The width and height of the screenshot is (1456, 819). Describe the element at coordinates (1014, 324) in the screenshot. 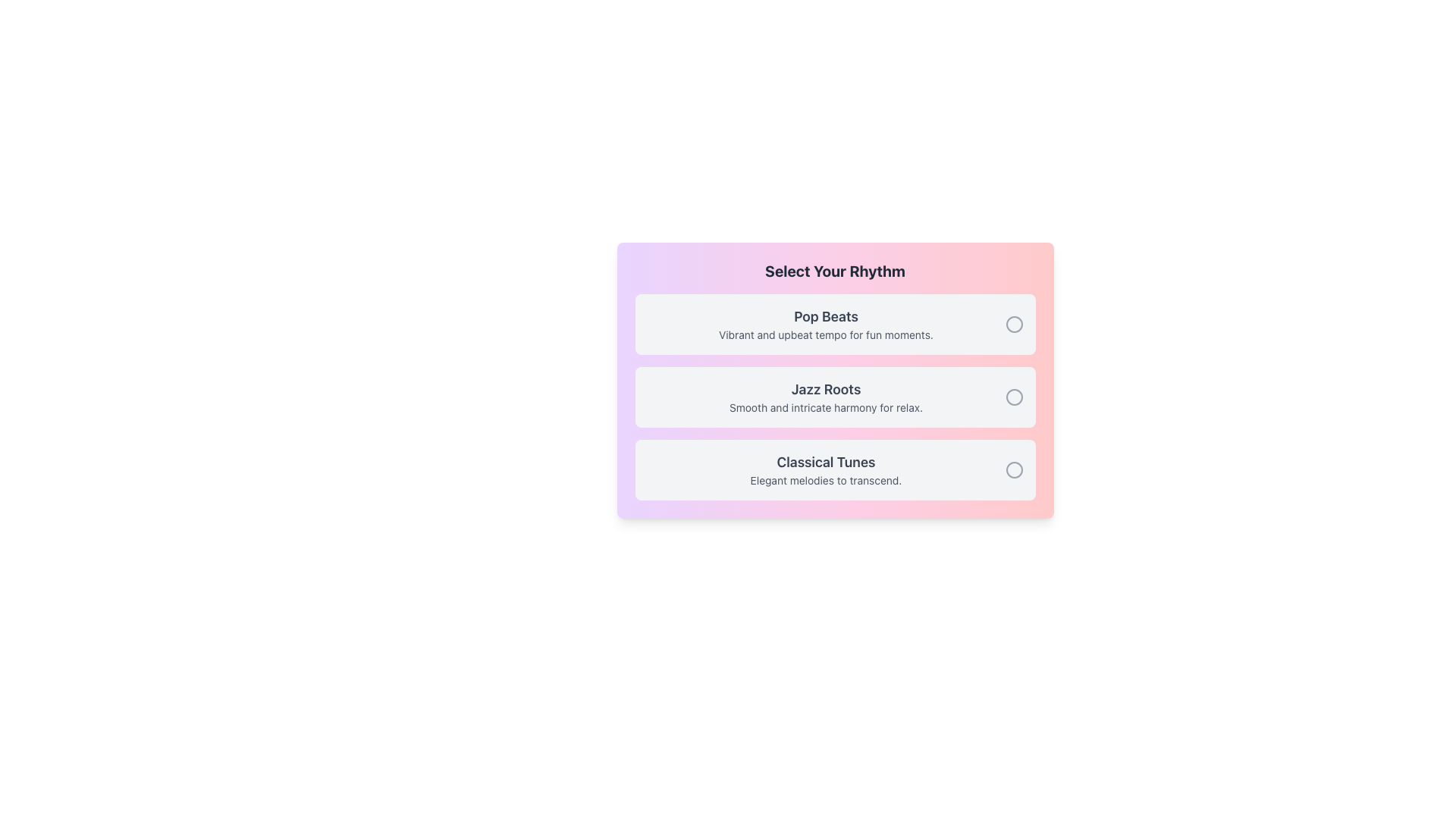

I see `the circular radio button located to the far right of the 'Pop Beats' section` at that location.